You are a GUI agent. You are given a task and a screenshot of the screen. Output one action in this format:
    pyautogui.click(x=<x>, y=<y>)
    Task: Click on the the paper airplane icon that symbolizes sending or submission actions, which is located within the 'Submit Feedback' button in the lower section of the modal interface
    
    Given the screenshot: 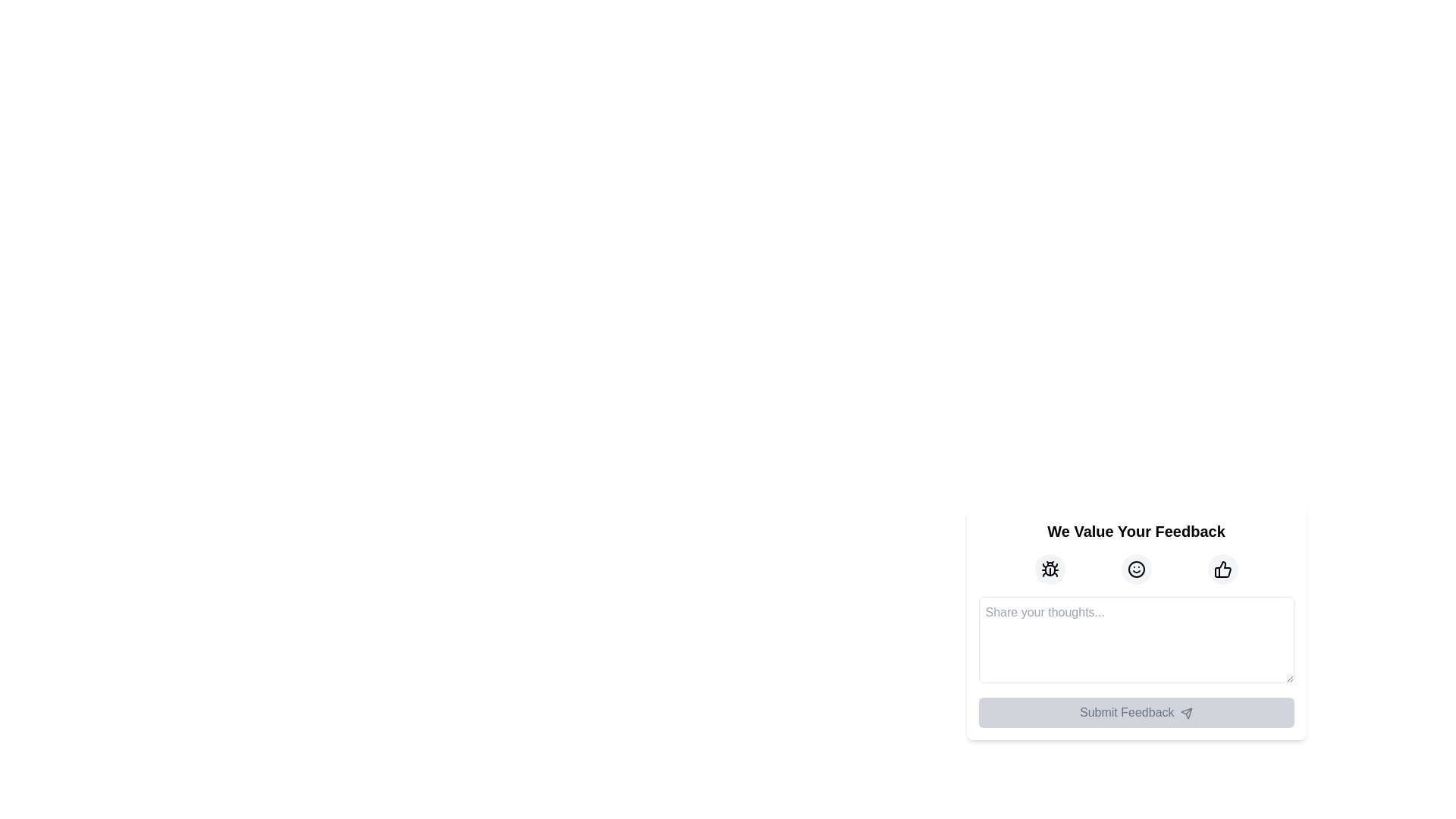 What is the action you would take?
    pyautogui.click(x=1185, y=713)
    